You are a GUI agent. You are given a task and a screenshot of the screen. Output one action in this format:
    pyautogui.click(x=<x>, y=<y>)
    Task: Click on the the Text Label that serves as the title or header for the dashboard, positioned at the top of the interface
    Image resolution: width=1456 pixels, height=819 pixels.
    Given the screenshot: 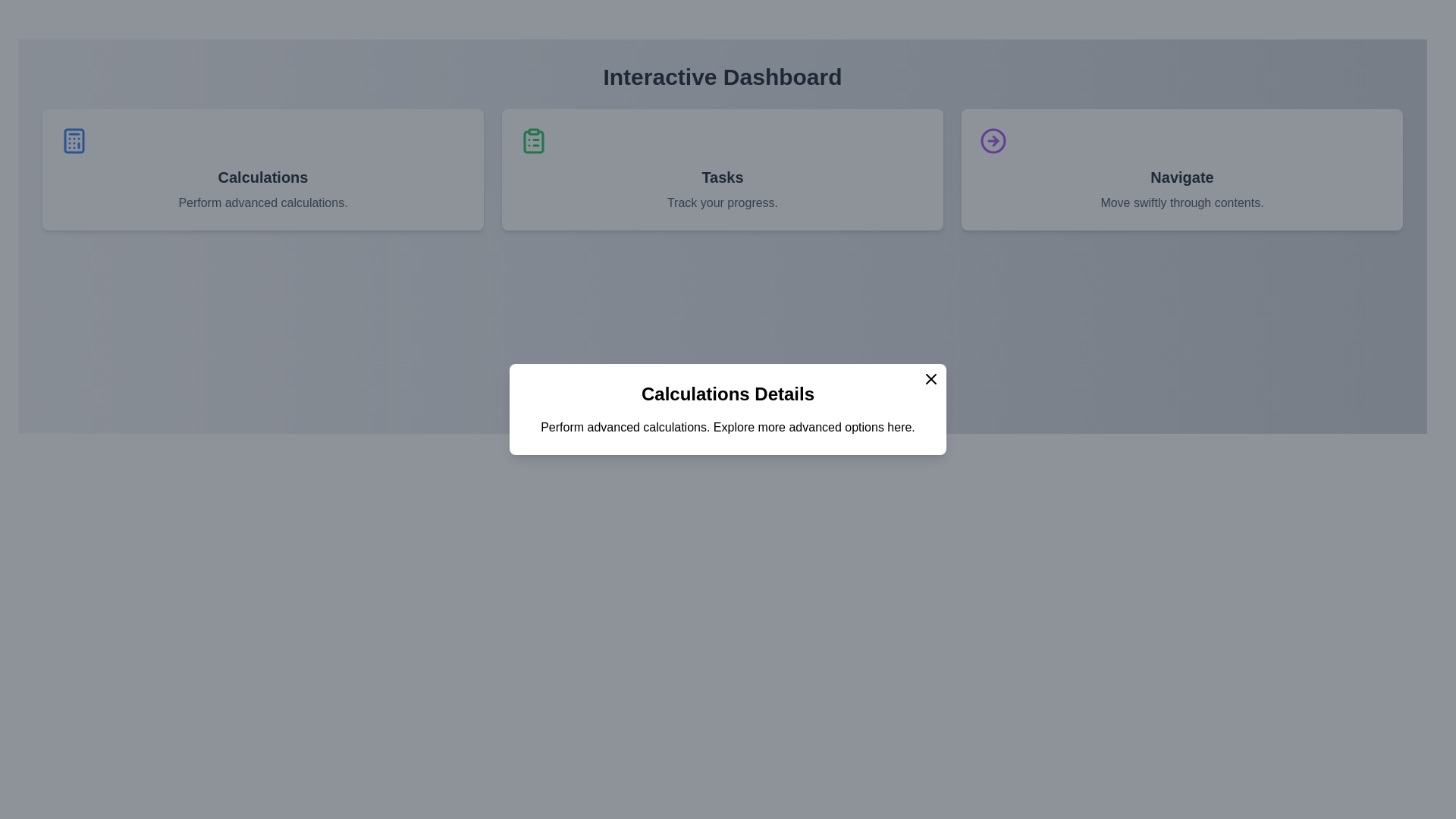 What is the action you would take?
    pyautogui.click(x=722, y=77)
    